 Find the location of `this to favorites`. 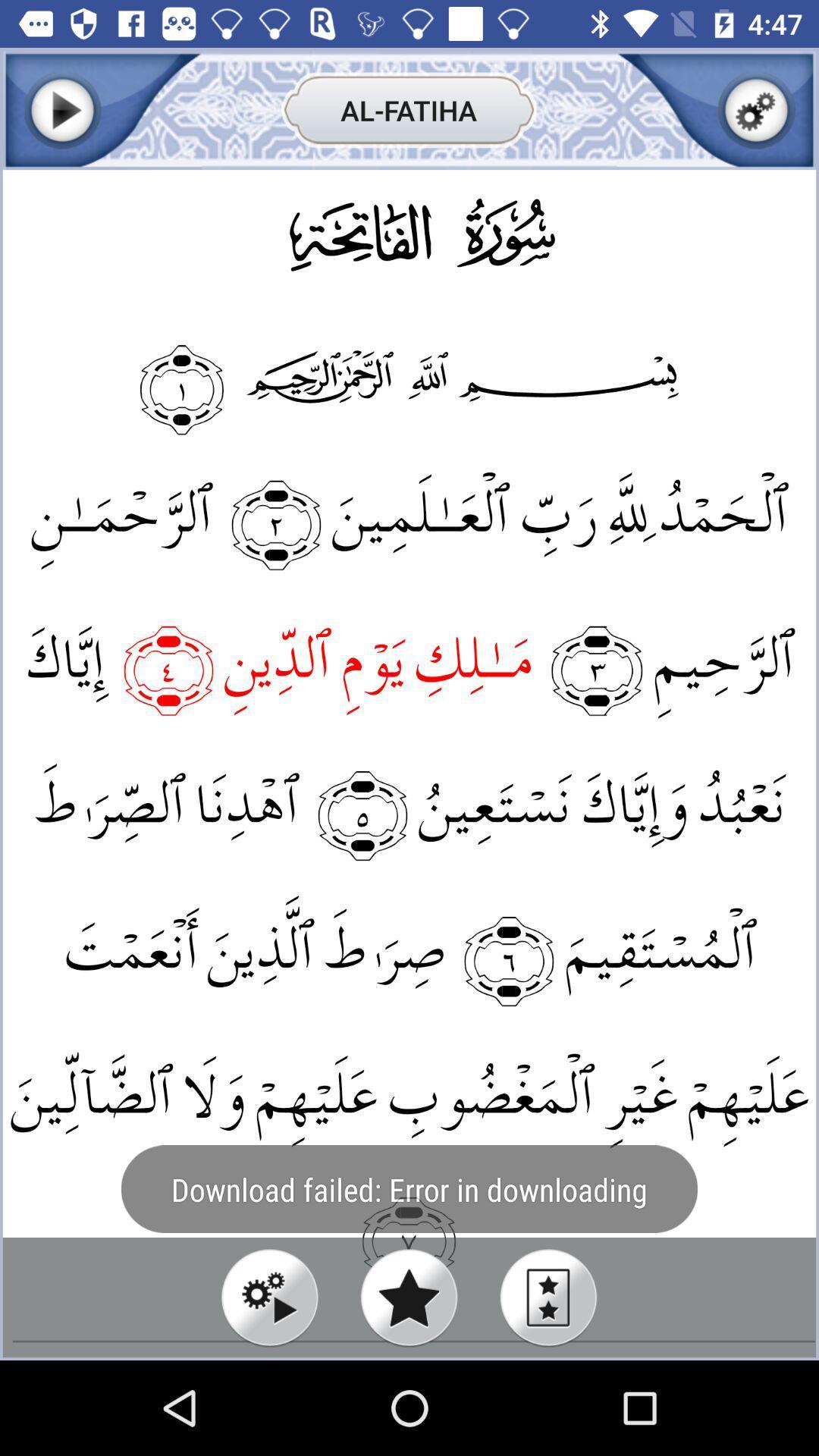

this to favorites is located at coordinates (408, 1297).